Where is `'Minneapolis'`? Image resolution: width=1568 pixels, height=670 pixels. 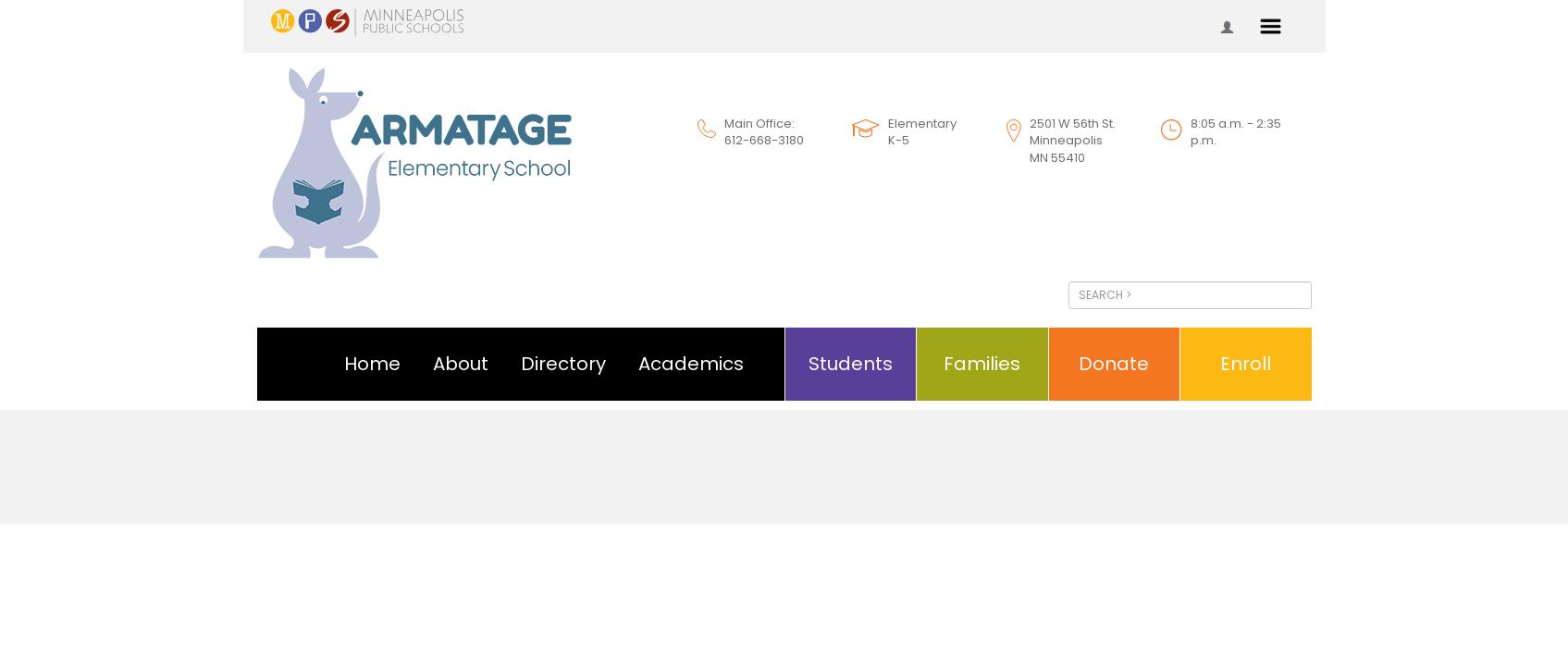
'Minneapolis' is located at coordinates (1064, 139).